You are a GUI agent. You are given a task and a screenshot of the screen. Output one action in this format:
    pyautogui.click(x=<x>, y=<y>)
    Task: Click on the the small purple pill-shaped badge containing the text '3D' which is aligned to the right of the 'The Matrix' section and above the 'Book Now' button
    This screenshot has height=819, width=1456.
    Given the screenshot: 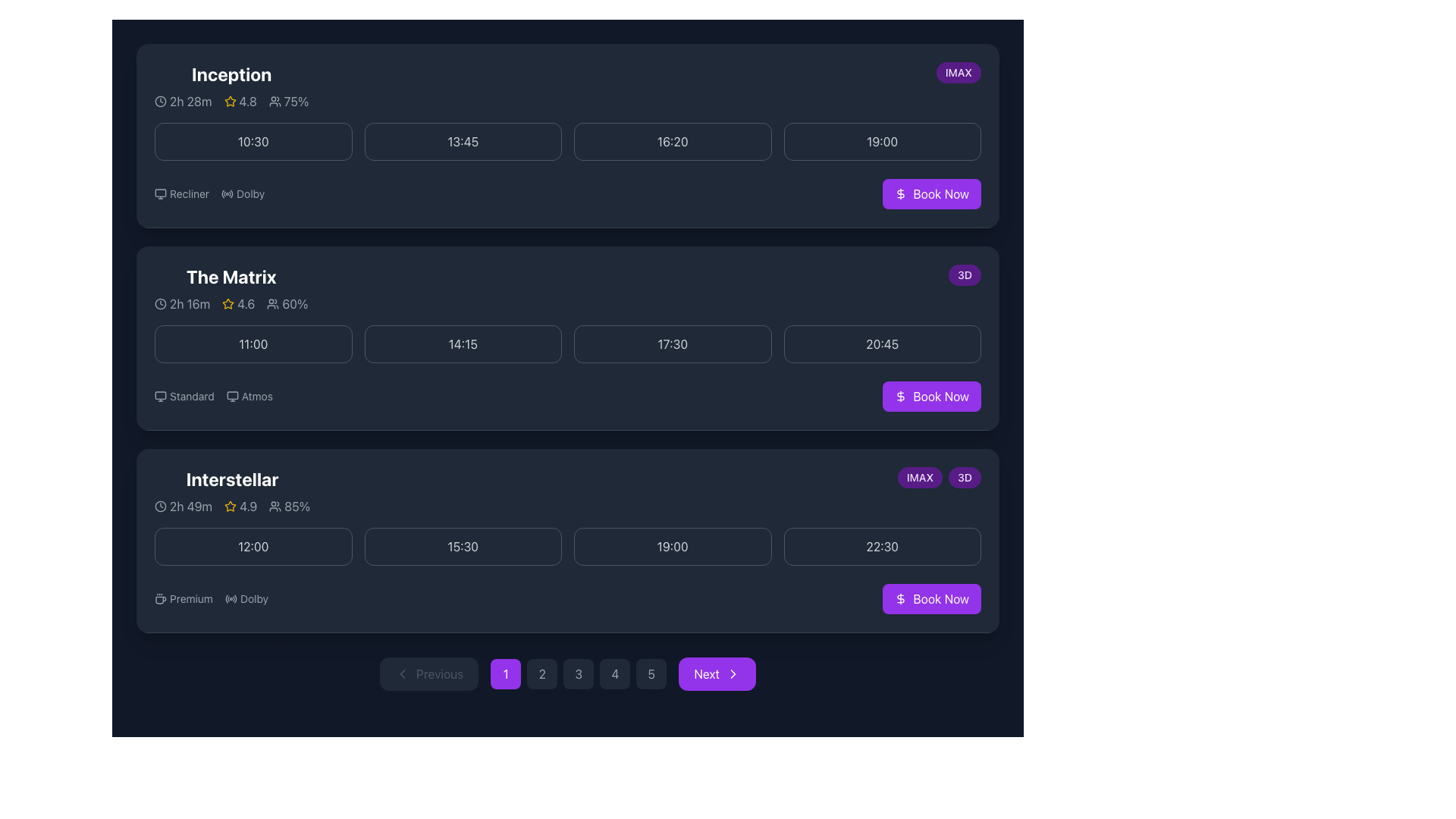 What is the action you would take?
    pyautogui.click(x=964, y=275)
    